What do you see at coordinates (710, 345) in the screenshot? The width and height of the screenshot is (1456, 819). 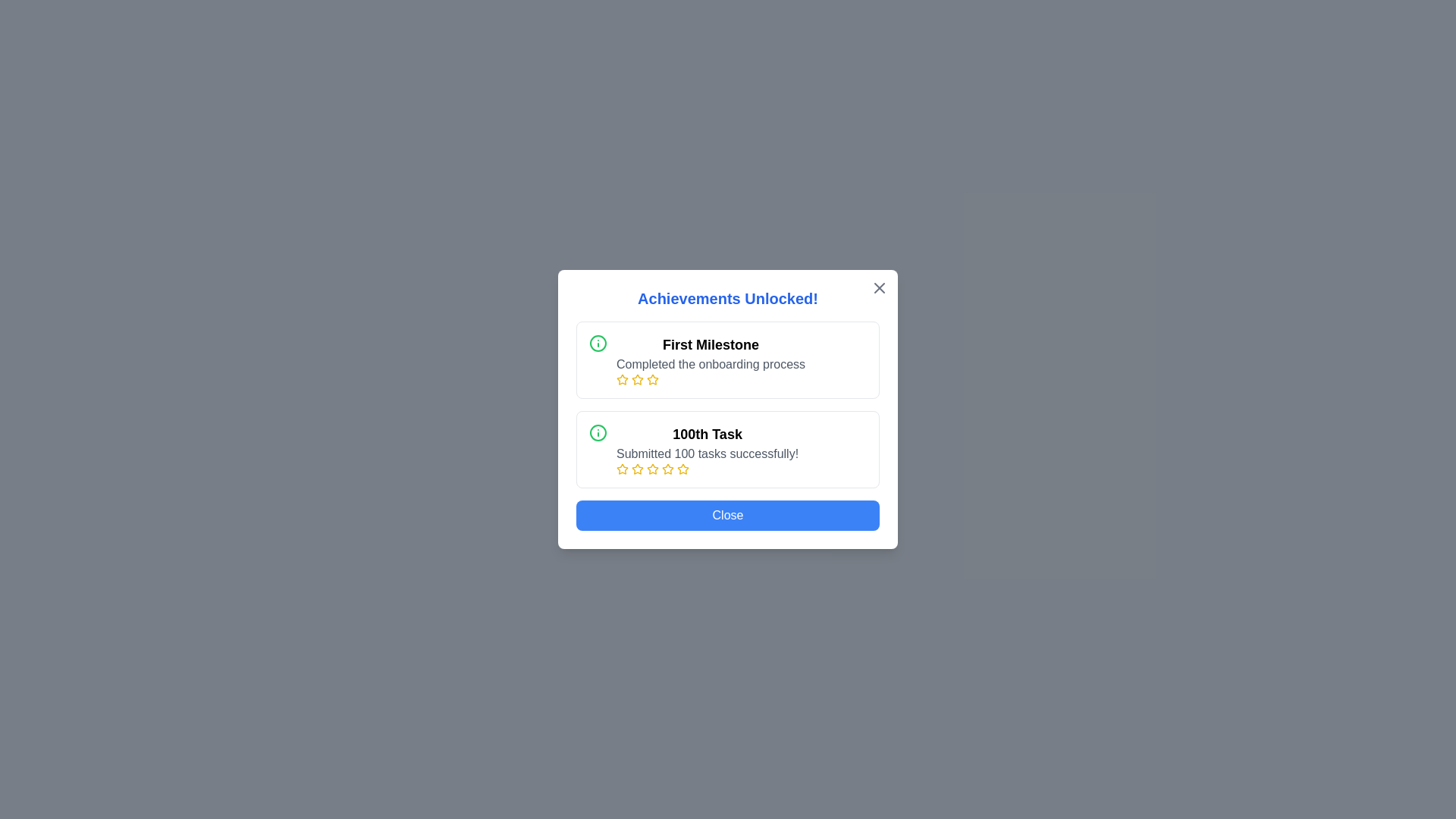 I see `the Text label at the top of the first achievement card, which identifies the milestone described in the card` at bounding box center [710, 345].